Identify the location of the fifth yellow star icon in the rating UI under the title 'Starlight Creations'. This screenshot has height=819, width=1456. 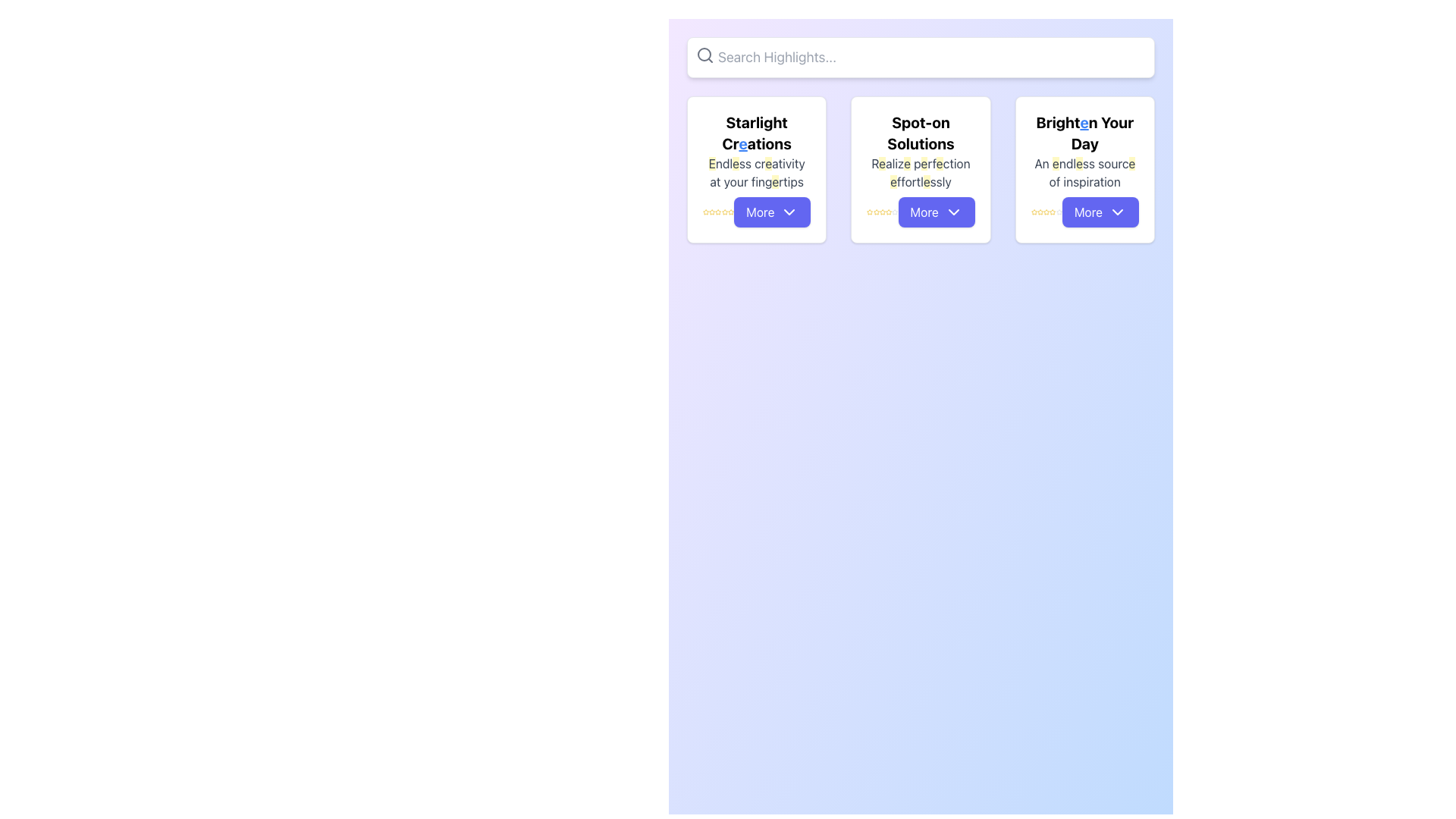
(723, 212).